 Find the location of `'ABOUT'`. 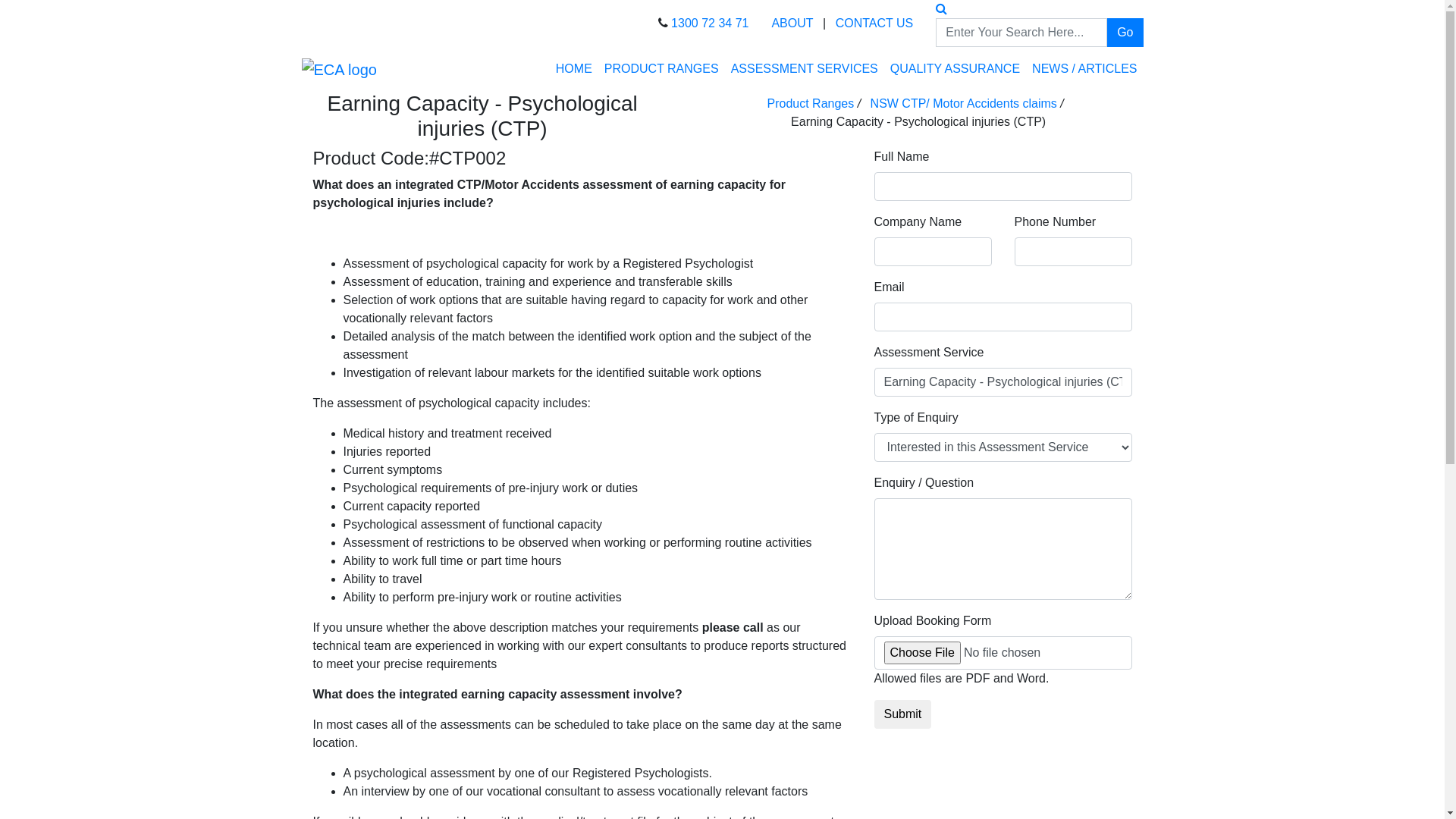

'ABOUT' is located at coordinates (791, 23).